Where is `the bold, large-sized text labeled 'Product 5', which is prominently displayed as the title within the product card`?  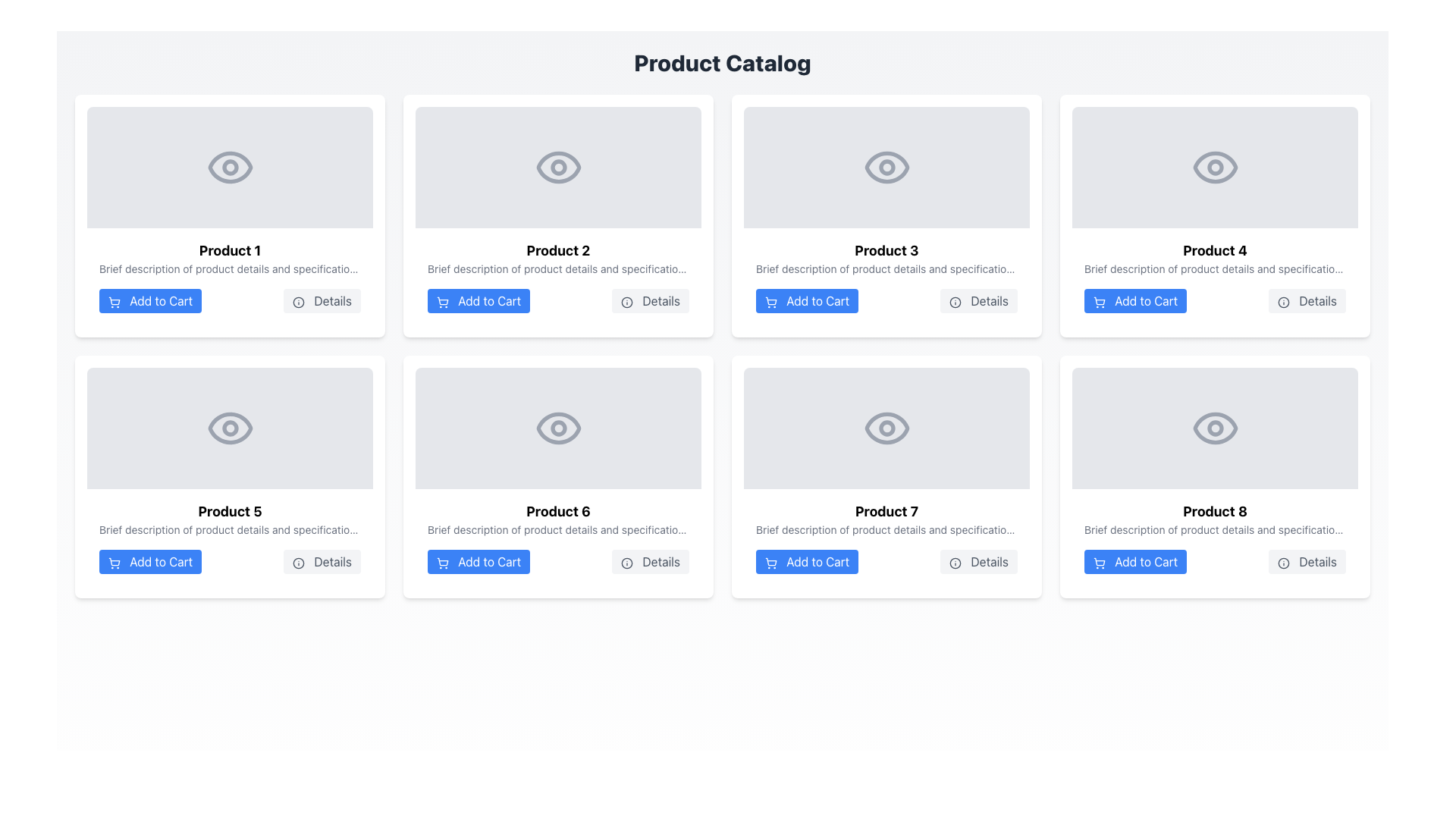 the bold, large-sized text labeled 'Product 5', which is prominently displayed as the title within the product card is located at coordinates (229, 512).